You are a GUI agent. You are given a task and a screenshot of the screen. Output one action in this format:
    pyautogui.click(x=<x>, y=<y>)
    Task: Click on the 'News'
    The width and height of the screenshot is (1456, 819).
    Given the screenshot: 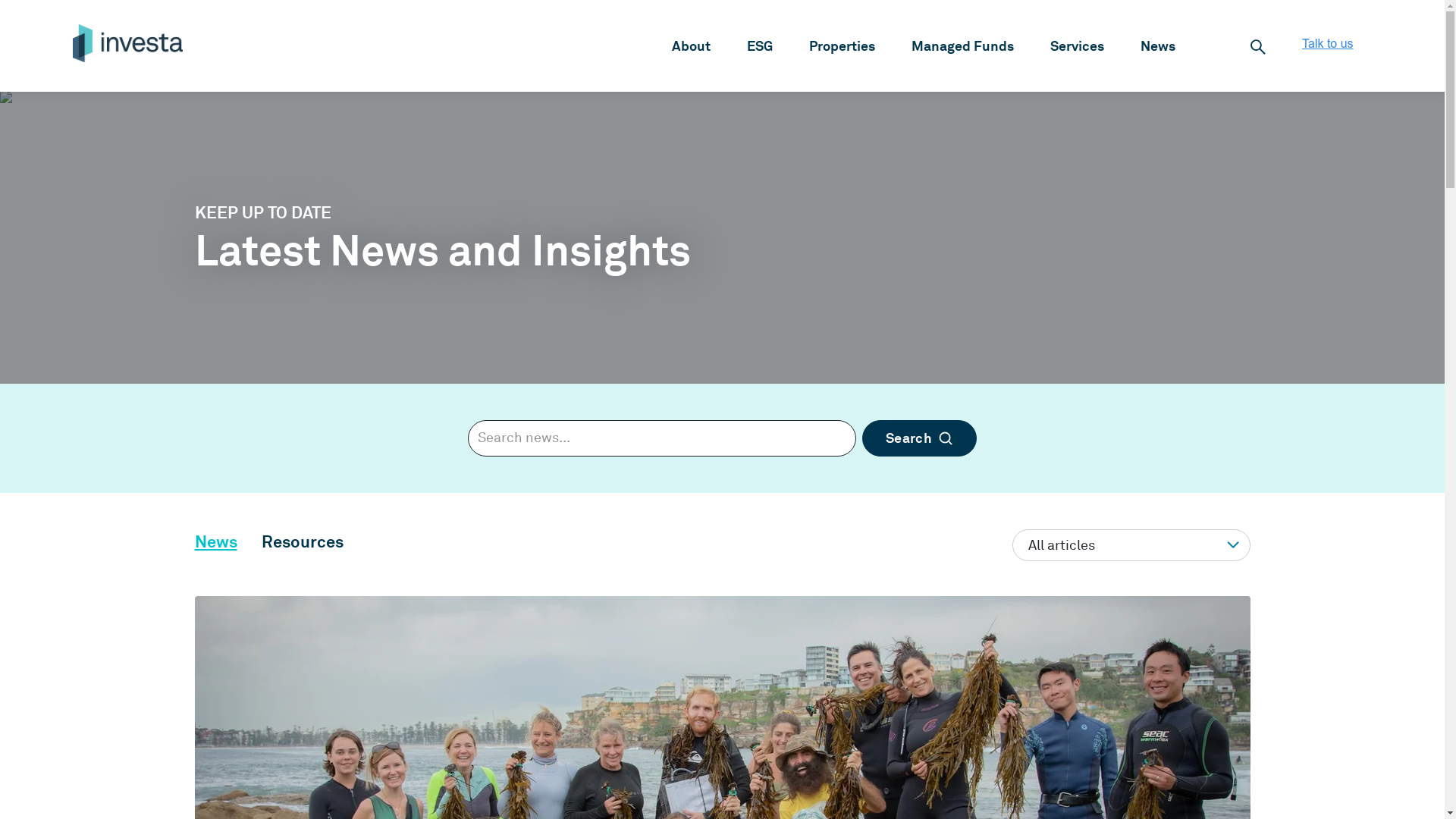 What is the action you would take?
    pyautogui.click(x=214, y=540)
    